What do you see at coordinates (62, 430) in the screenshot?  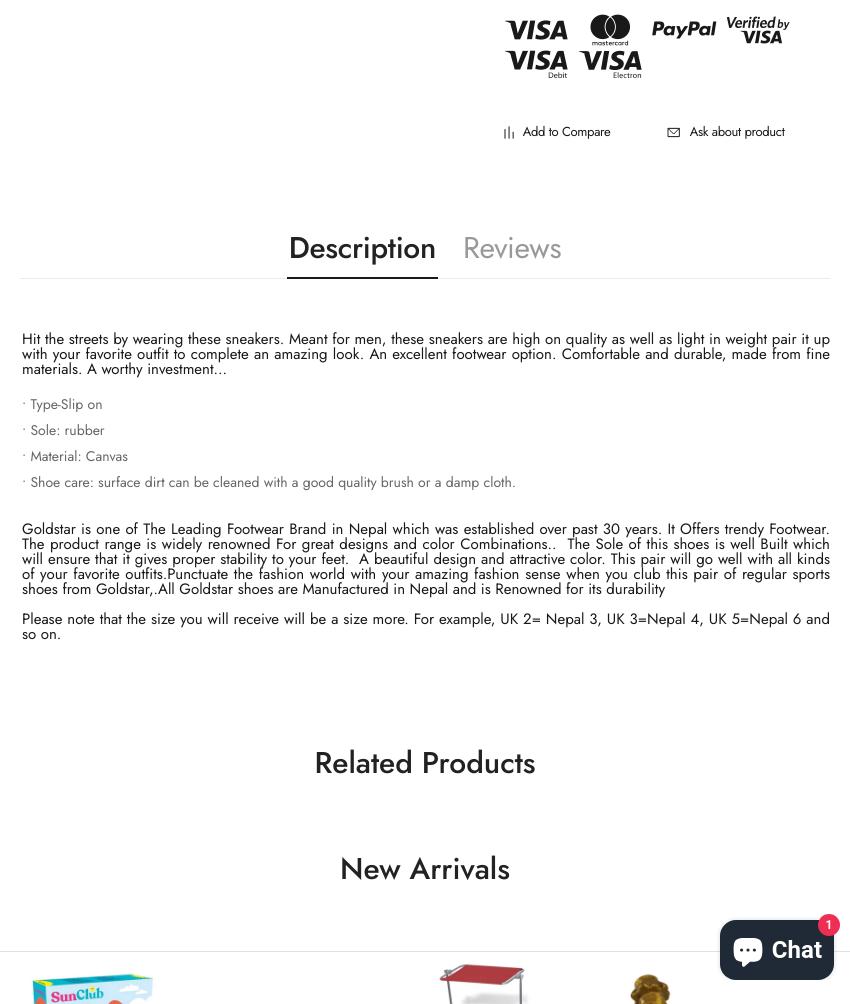 I see `'• Sole: rubber'` at bounding box center [62, 430].